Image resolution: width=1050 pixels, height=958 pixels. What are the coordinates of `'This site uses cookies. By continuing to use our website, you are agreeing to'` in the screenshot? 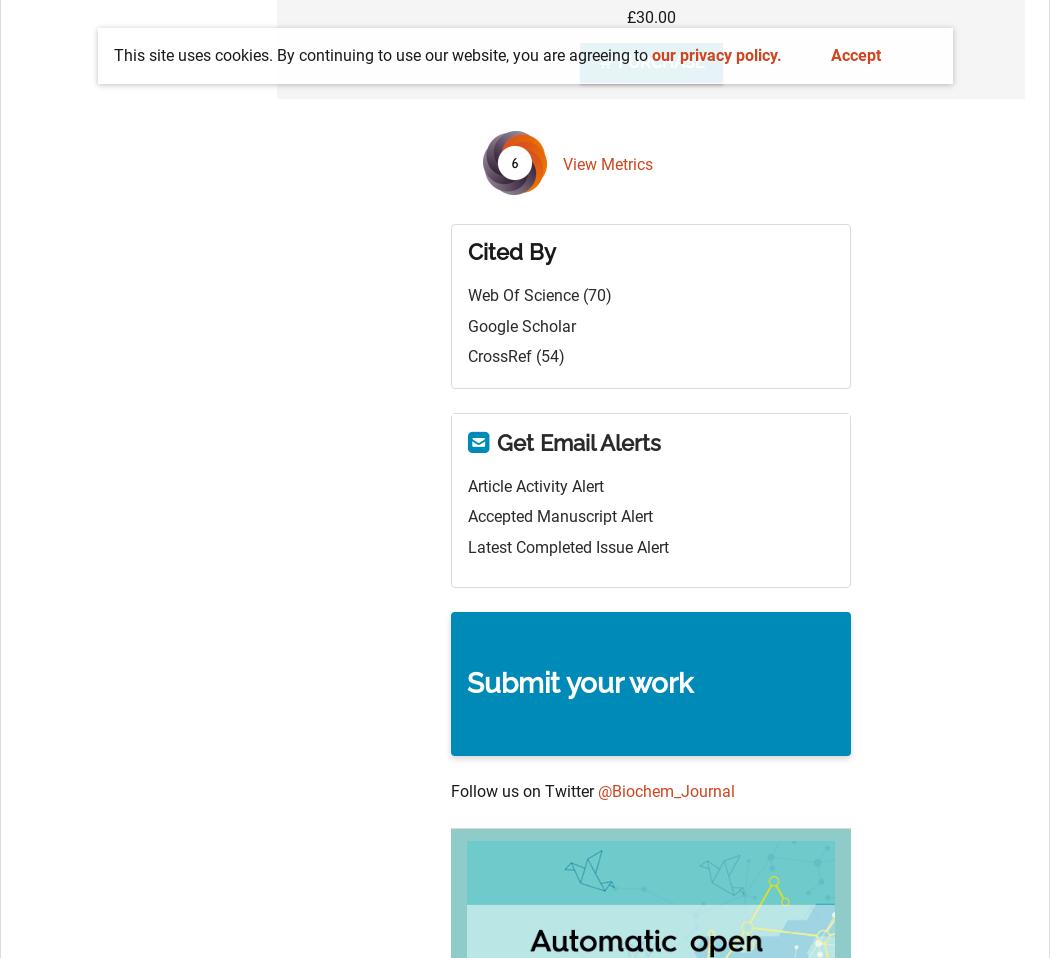 It's located at (381, 54).